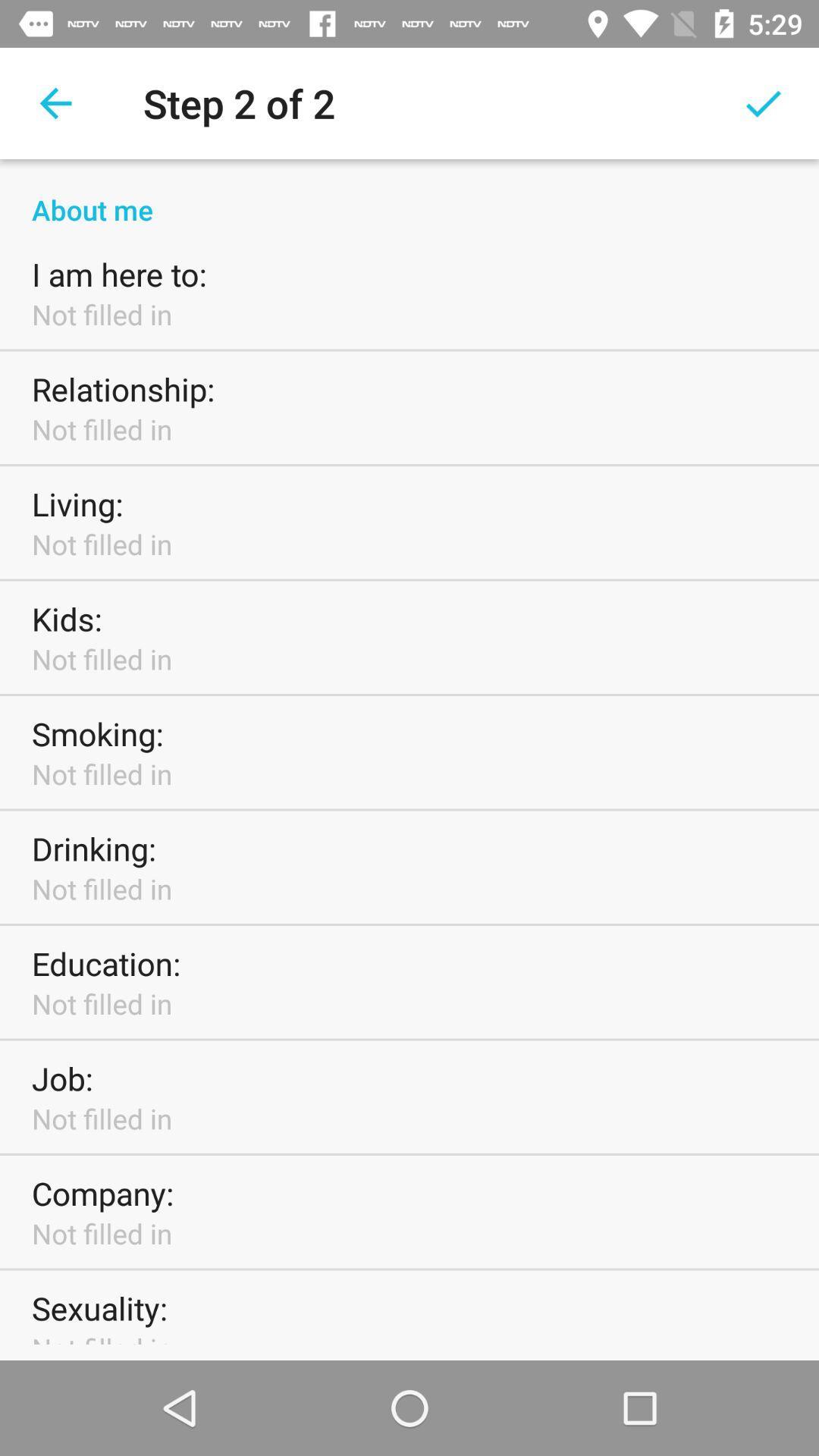  What do you see at coordinates (763, 102) in the screenshot?
I see `the item to the right of the step 2 of` at bounding box center [763, 102].